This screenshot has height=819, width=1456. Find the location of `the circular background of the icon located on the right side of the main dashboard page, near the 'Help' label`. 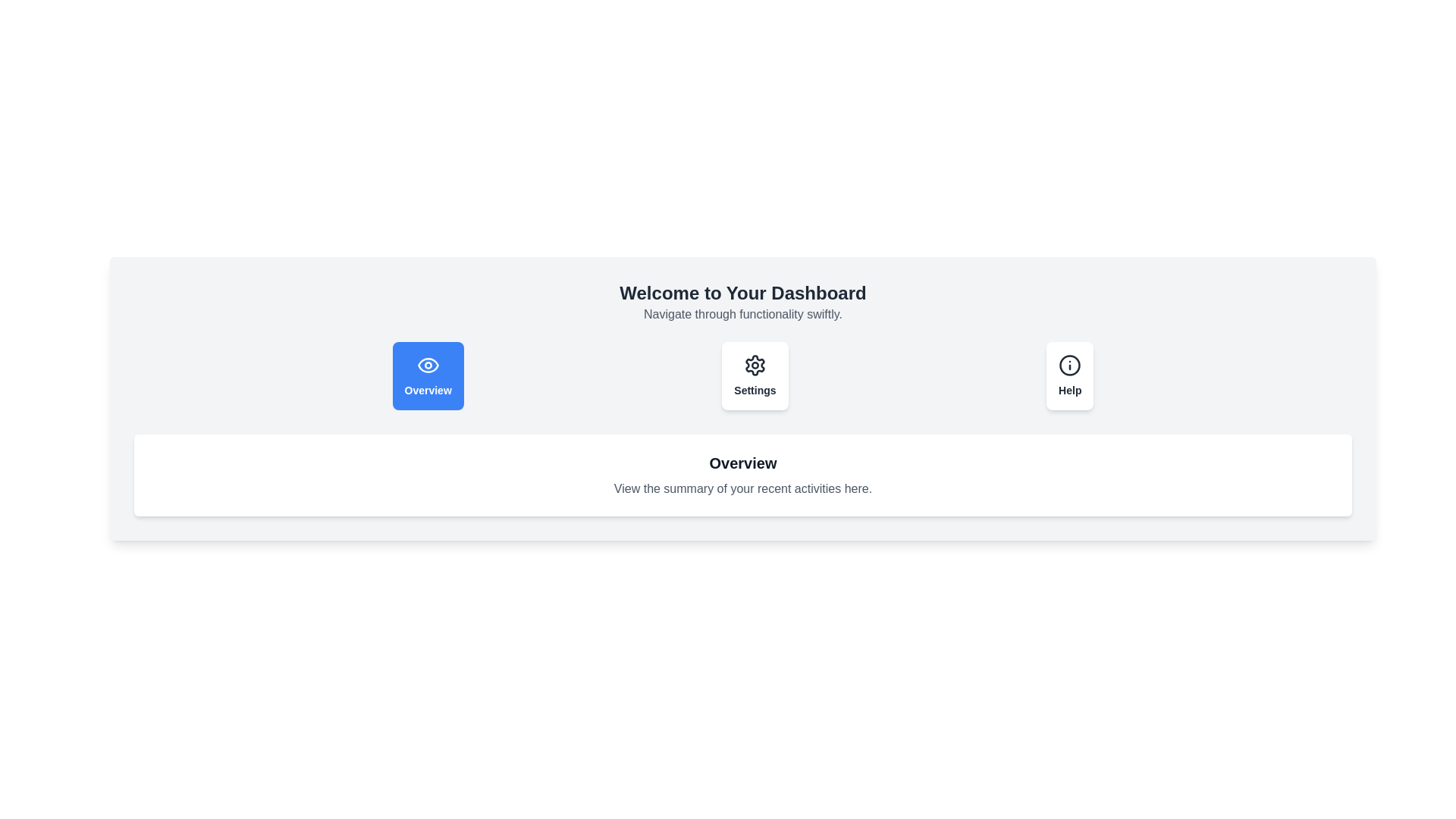

the circular background of the icon located on the right side of the main dashboard page, near the 'Help' label is located at coordinates (1069, 366).